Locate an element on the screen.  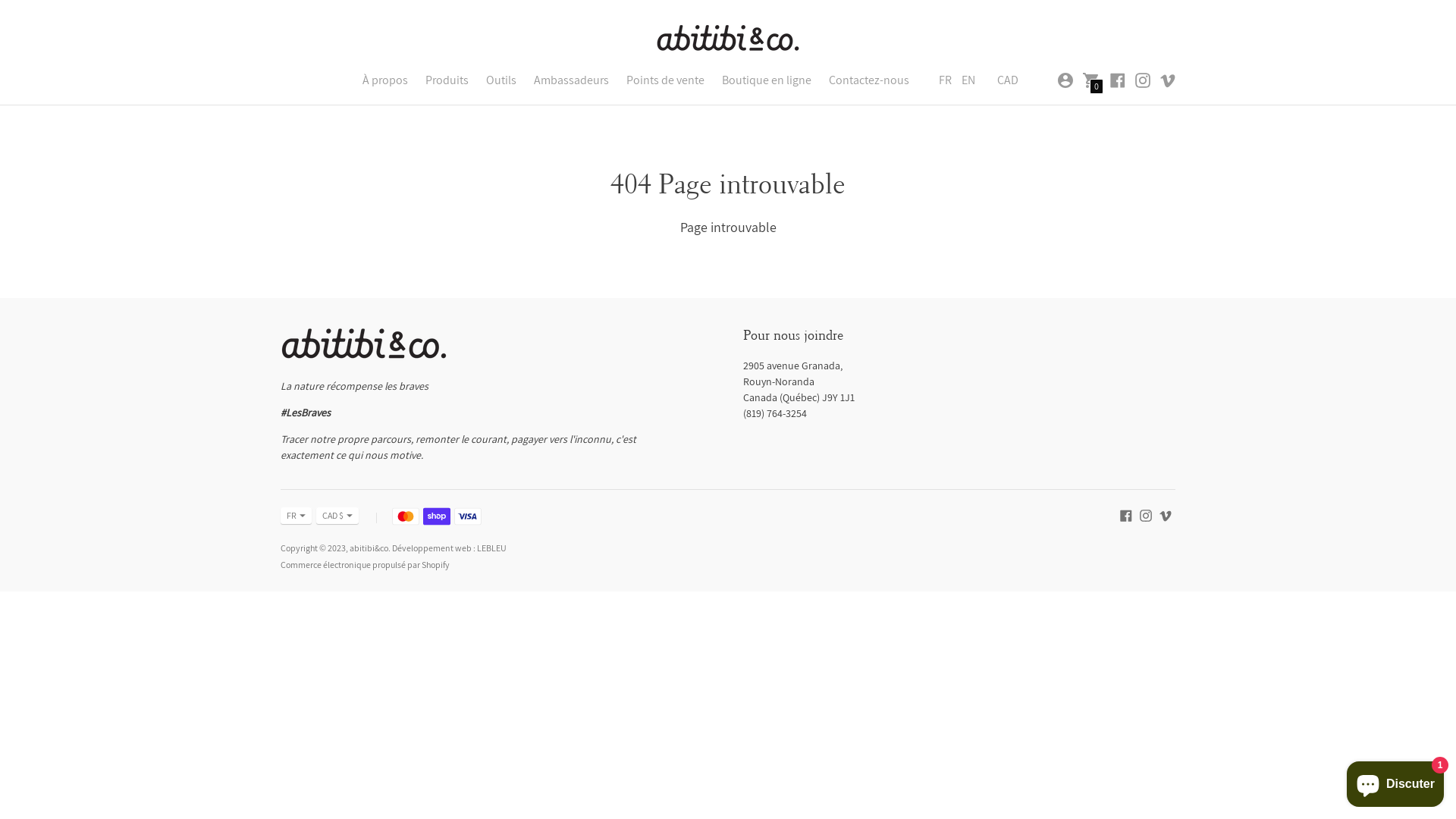
'Contactez-nous' is located at coordinates (869, 80).